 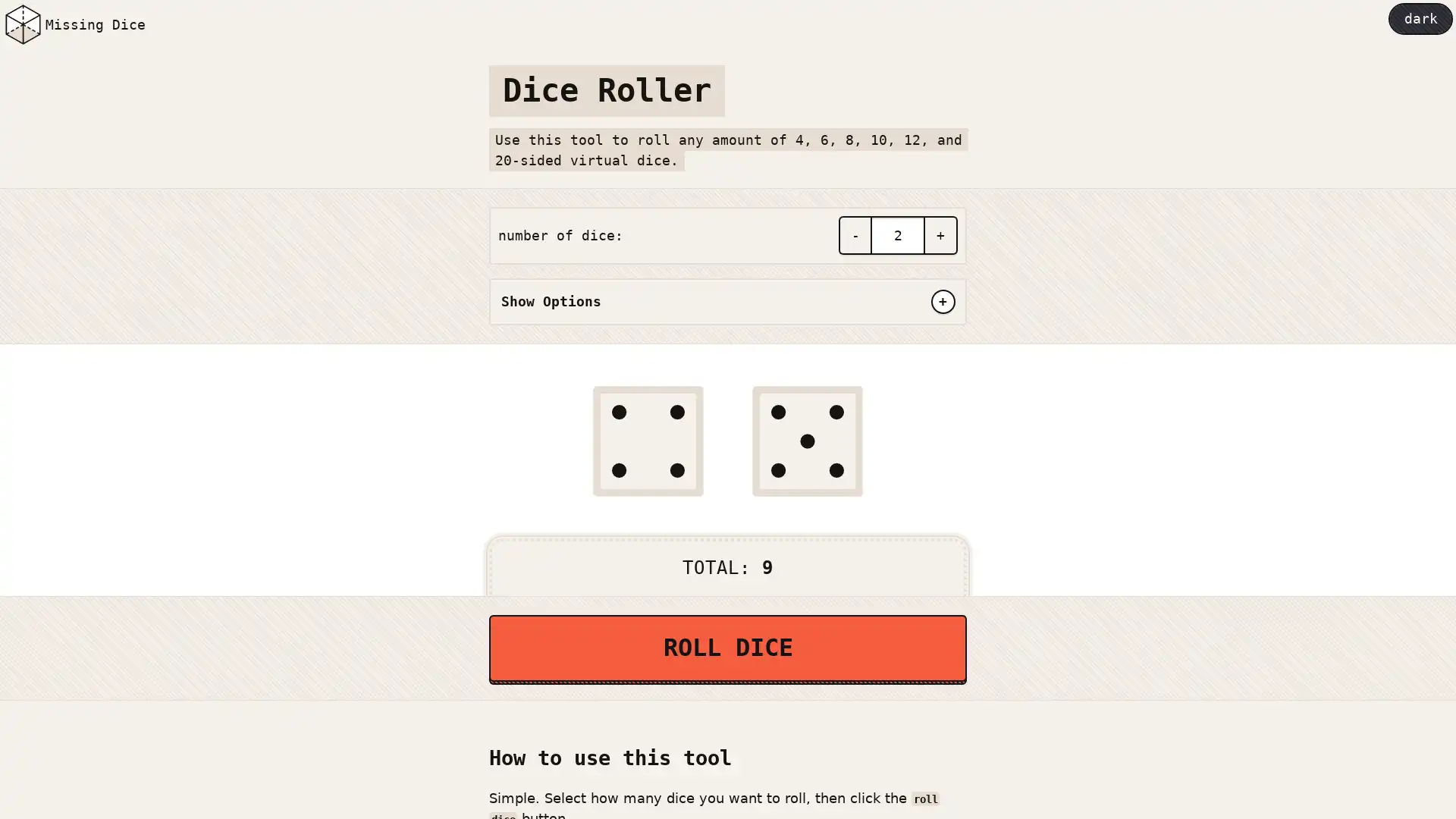 What do you see at coordinates (728, 647) in the screenshot?
I see `ROLL DICE` at bounding box center [728, 647].